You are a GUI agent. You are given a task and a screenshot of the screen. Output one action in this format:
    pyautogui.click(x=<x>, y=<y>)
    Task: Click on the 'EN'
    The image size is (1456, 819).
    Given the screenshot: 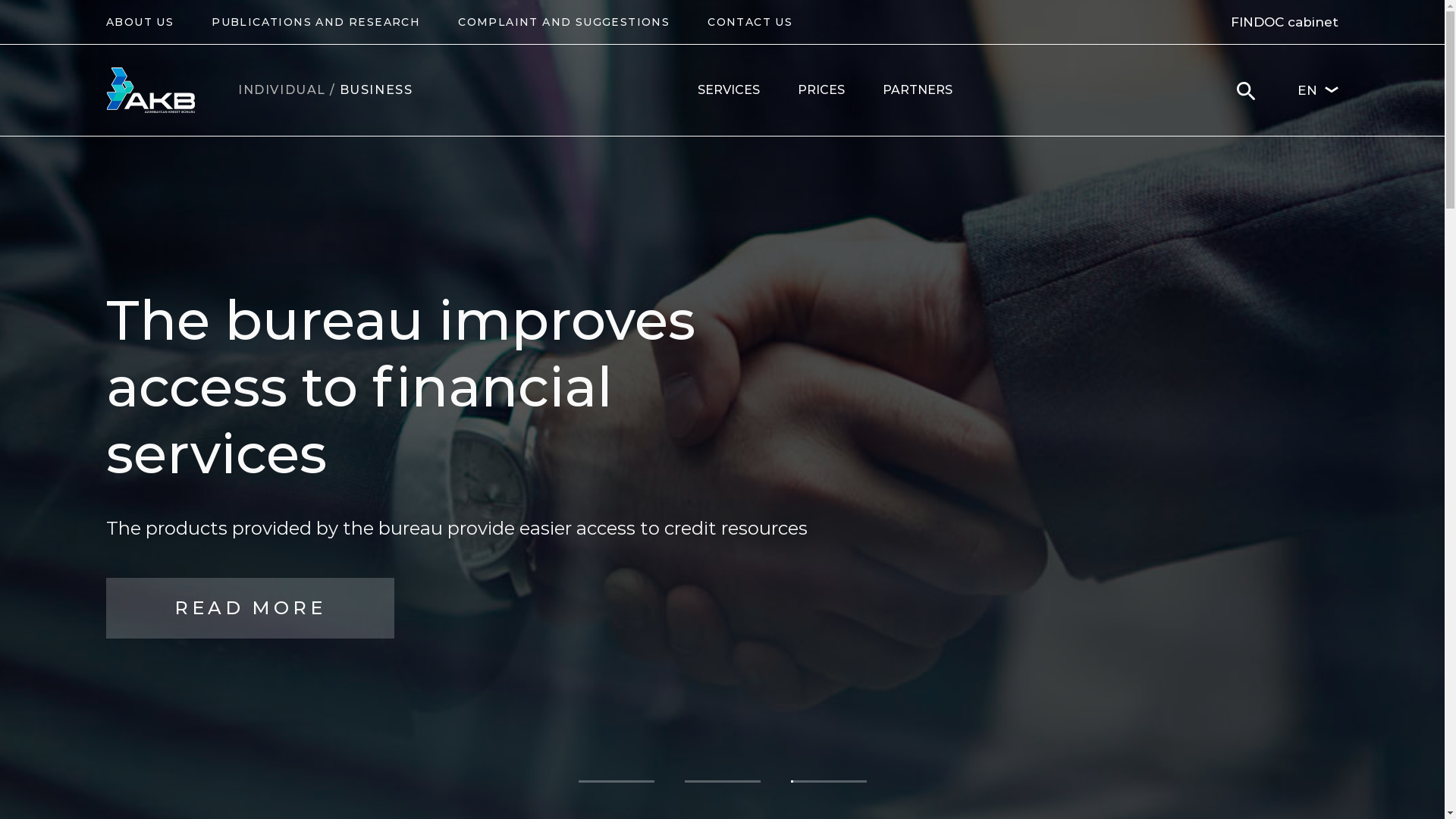 What is the action you would take?
    pyautogui.click(x=1316, y=90)
    